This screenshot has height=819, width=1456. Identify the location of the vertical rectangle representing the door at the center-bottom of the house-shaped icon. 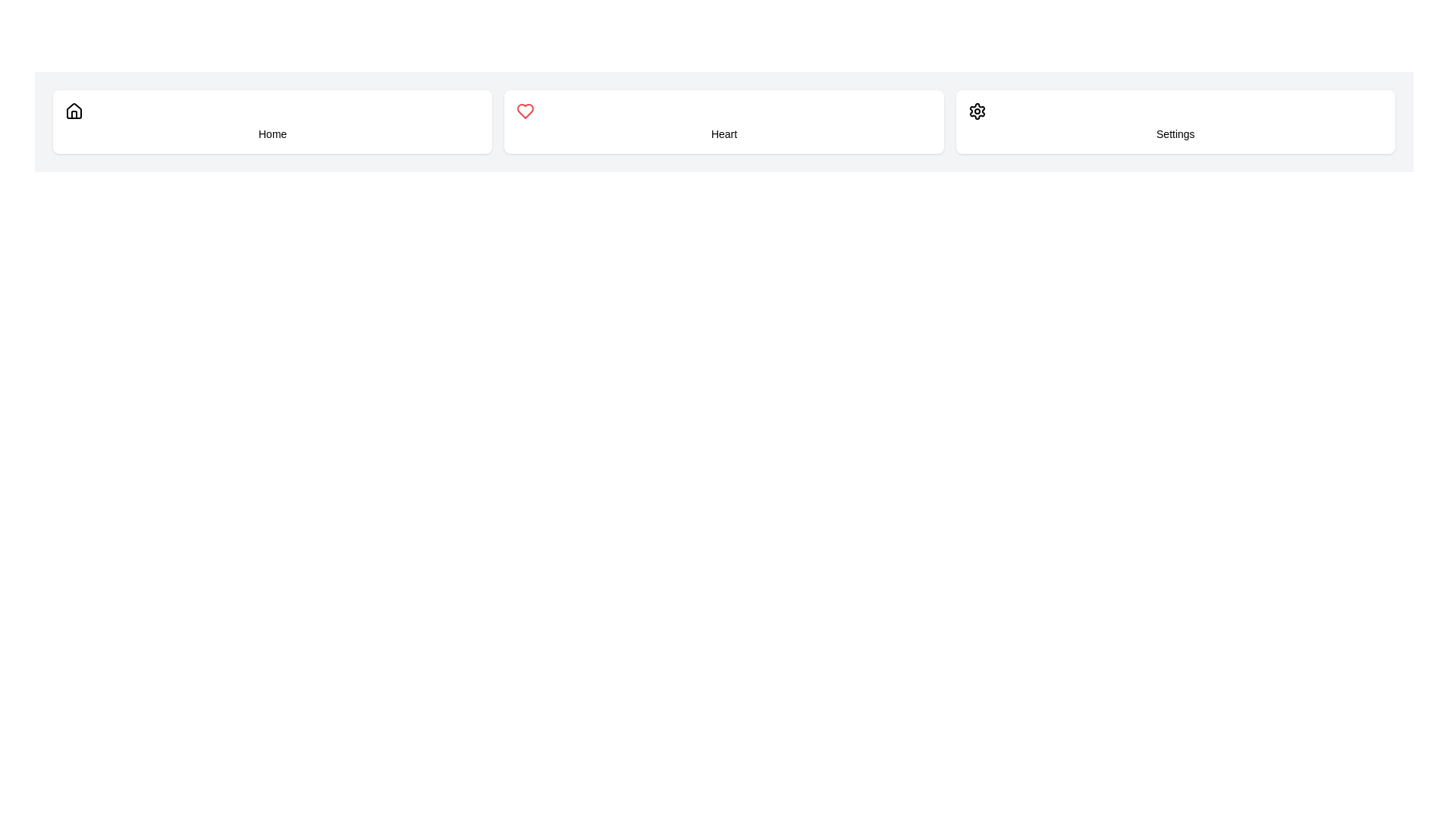
(73, 114).